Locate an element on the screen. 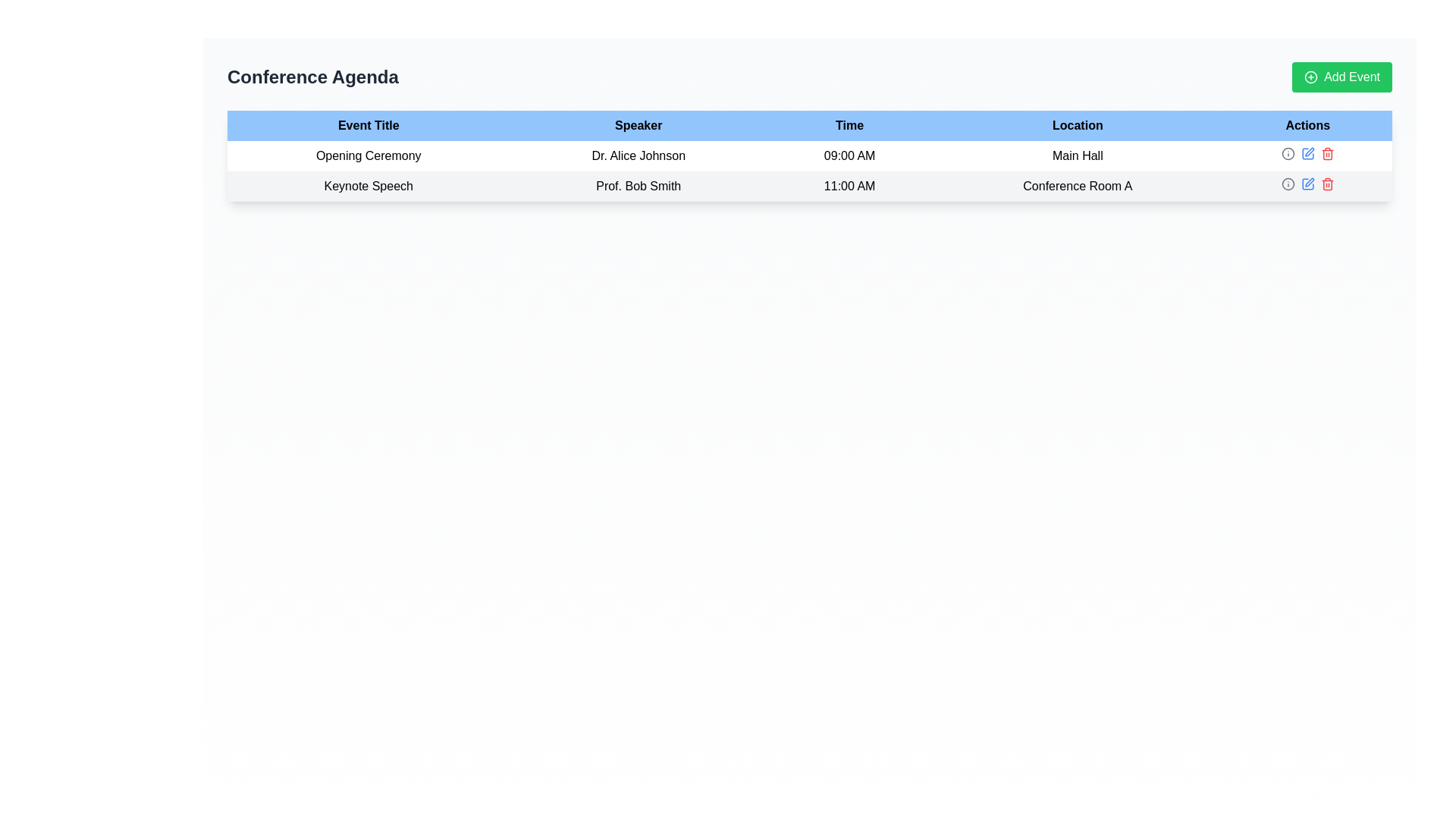 The height and width of the screenshot is (819, 1456). the circular icon with a '+' symbol is located at coordinates (1310, 77).